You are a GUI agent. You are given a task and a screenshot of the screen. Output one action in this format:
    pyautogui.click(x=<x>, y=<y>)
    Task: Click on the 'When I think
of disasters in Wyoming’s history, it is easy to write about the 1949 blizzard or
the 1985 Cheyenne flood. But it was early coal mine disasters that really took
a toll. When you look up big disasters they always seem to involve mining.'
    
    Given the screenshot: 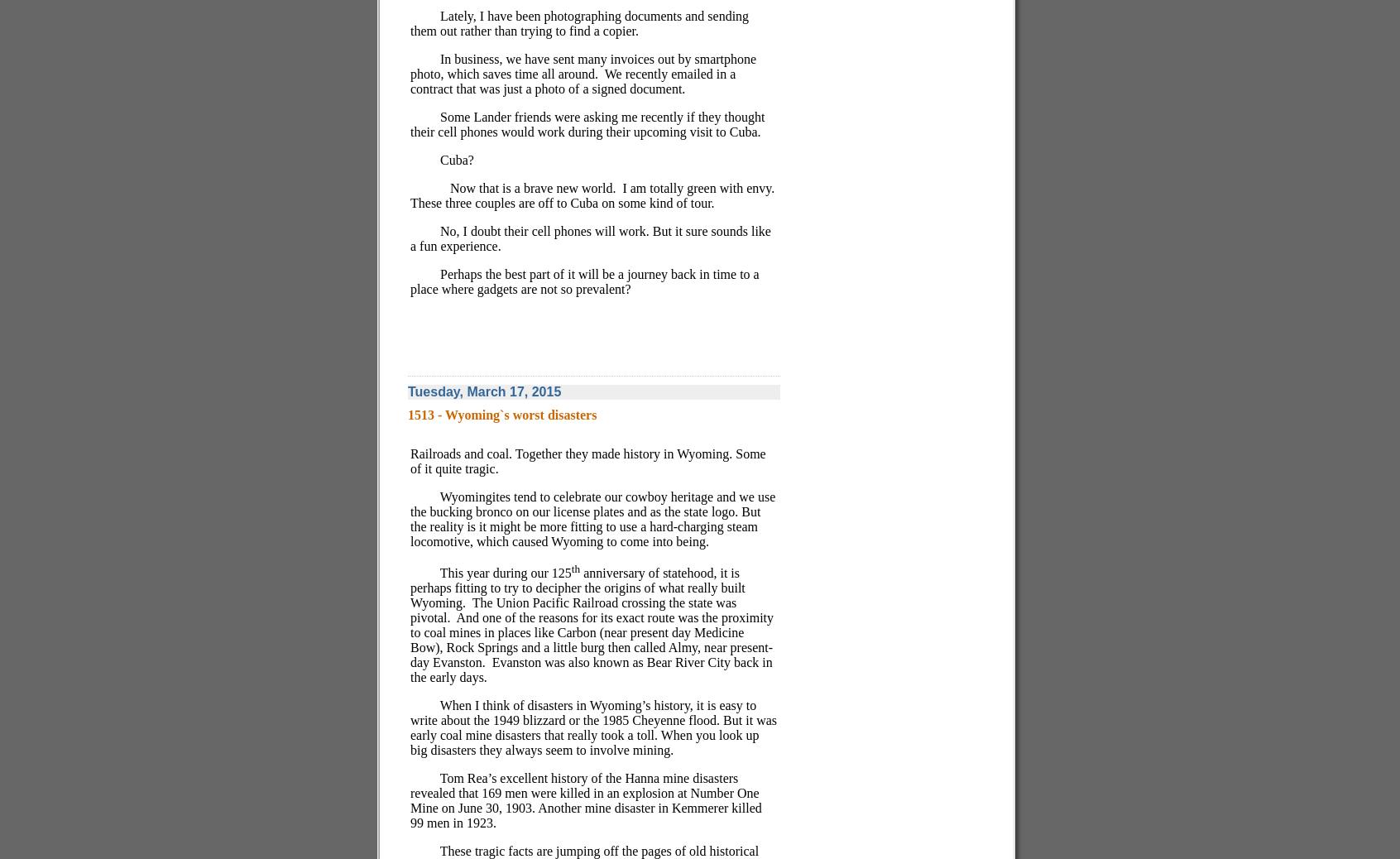 What is the action you would take?
    pyautogui.click(x=410, y=727)
    